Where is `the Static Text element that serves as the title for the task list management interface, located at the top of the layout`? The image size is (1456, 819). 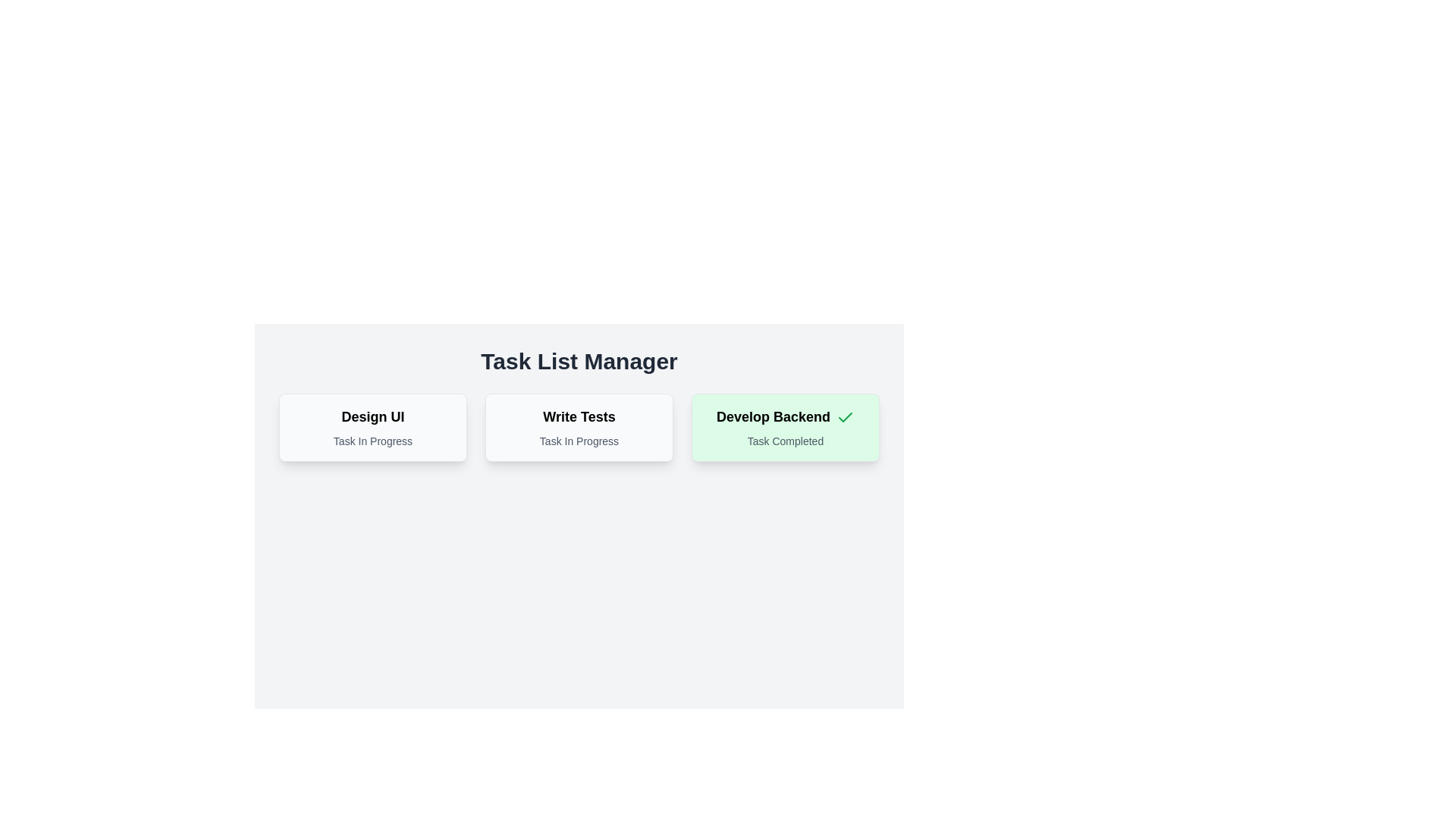 the Static Text element that serves as the title for the task list management interface, located at the top of the layout is located at coordinates (578, 362).